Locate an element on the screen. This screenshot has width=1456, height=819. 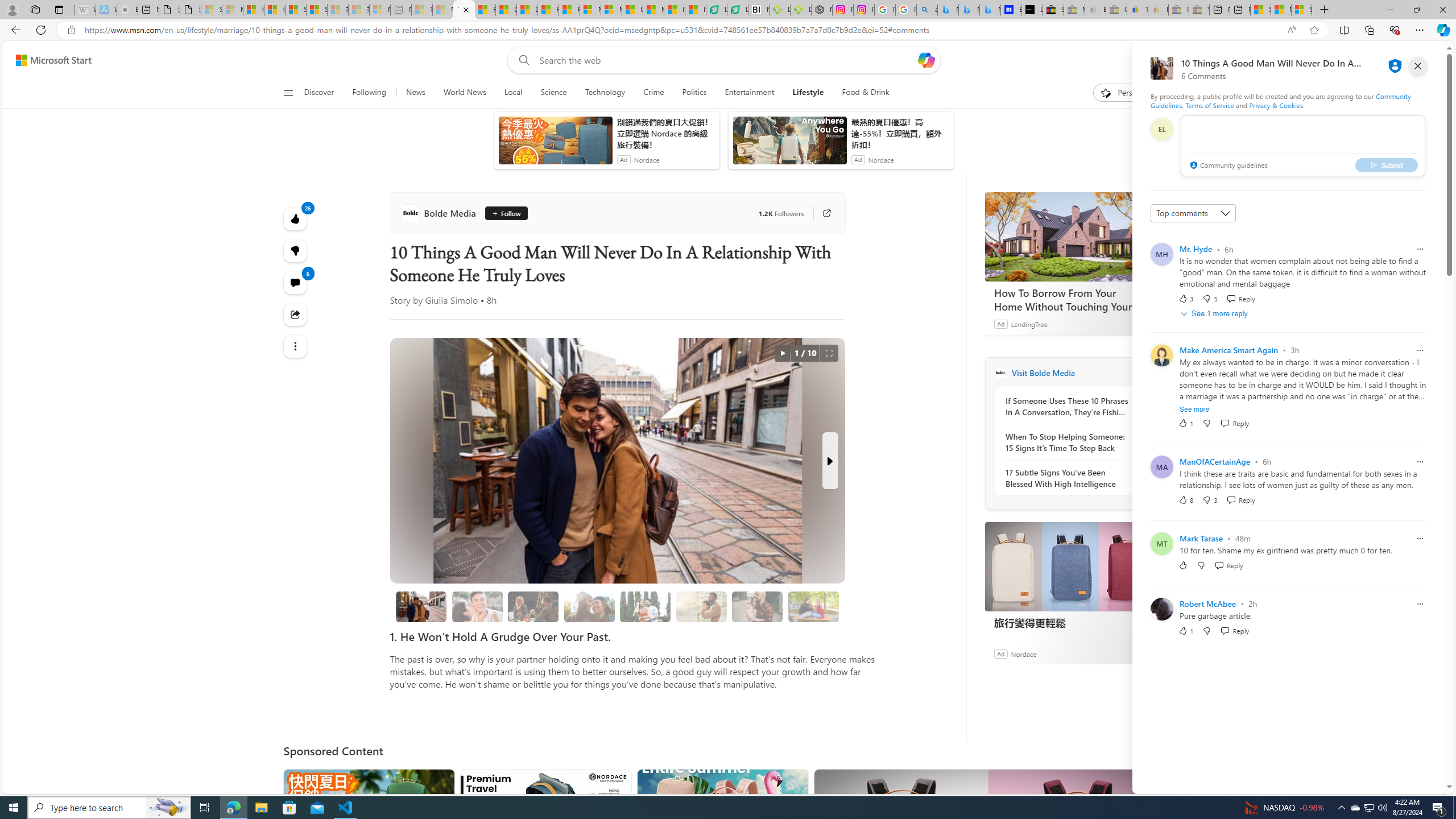
'Nordace' is located at coordinates (1023, 653).